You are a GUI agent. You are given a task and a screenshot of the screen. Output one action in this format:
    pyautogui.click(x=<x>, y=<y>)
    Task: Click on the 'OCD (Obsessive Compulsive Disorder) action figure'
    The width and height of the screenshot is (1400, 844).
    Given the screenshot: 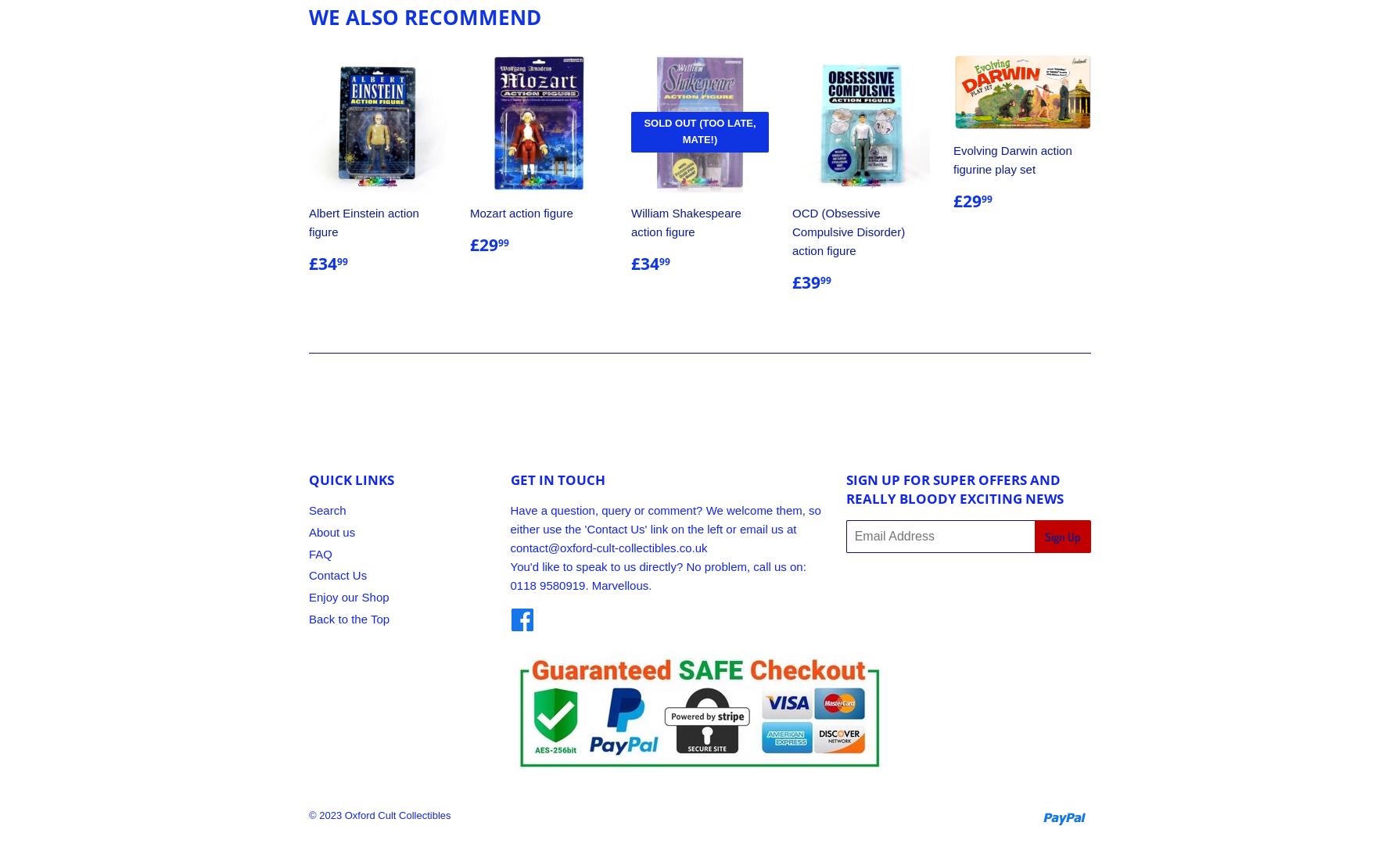 What is the action you would take?
    pyautogui.click(x=848, y=231)
    